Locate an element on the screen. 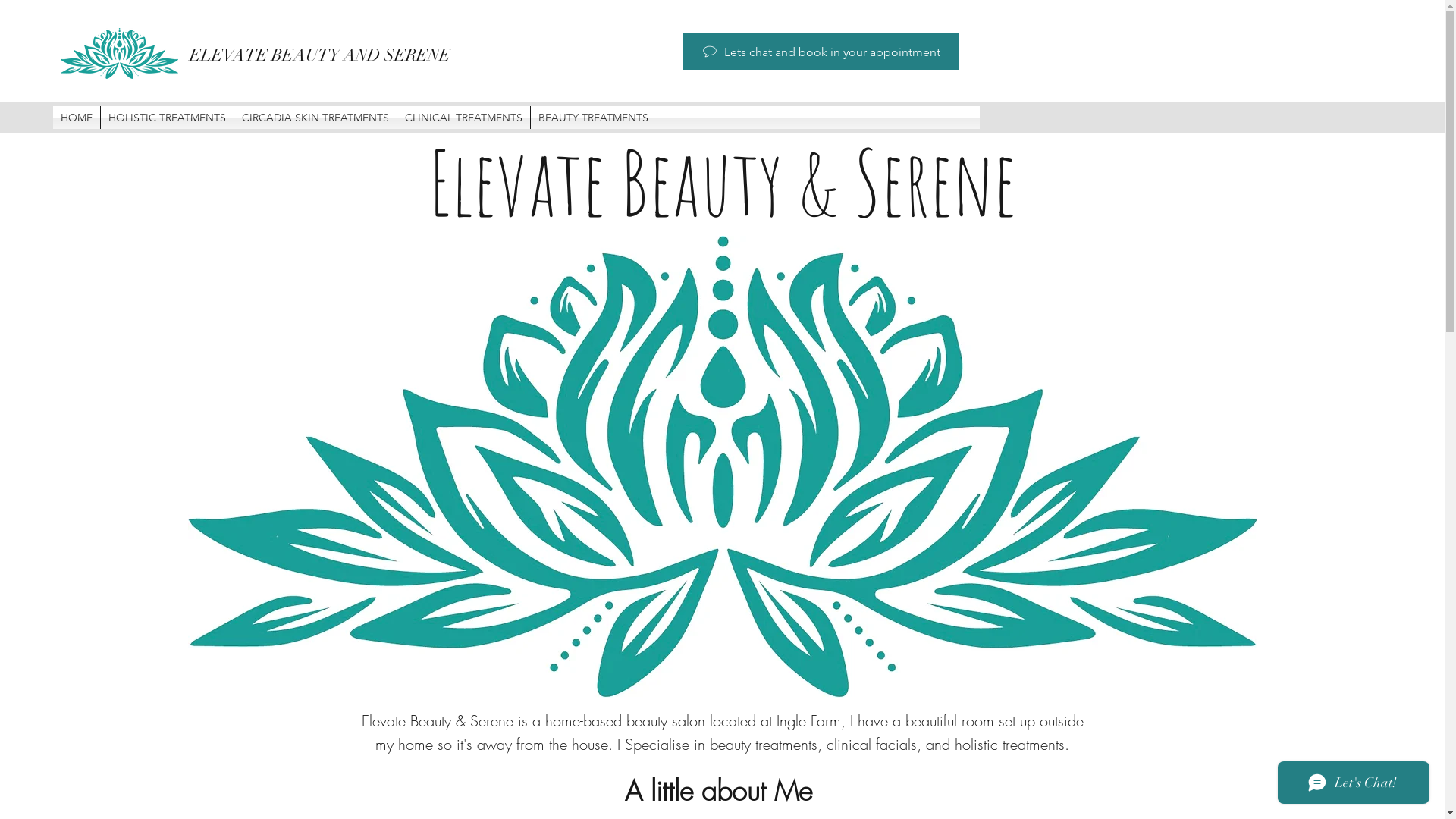  'BEAUTY TREATMENTS' is located at coordinates (592, 116).